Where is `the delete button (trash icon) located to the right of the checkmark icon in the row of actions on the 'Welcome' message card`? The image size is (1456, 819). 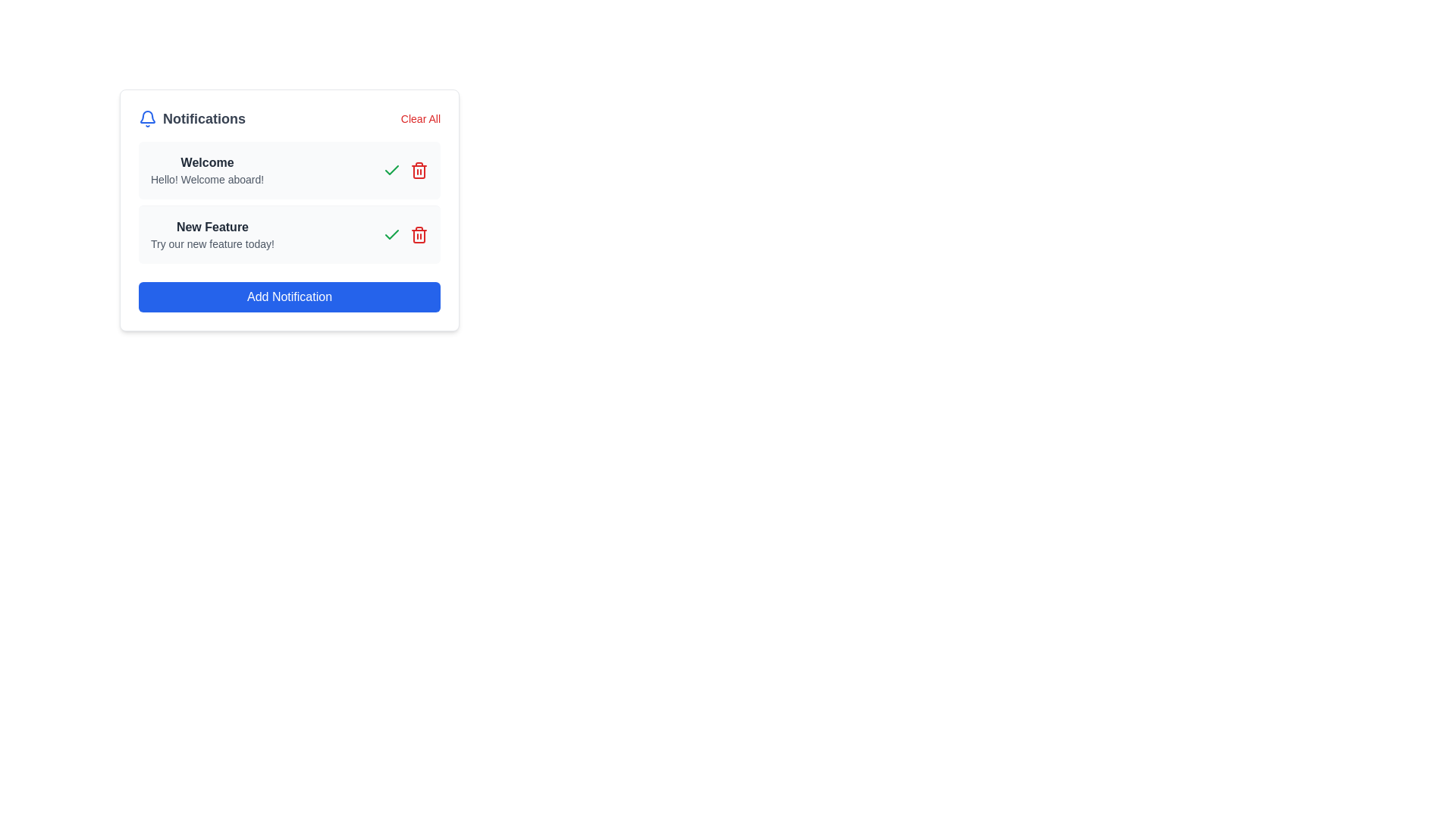 the delete button (trash icon) located to the right of the checkmark icon in the row of actions on the 'Welcome' message card is located at coordinates (419, 170).